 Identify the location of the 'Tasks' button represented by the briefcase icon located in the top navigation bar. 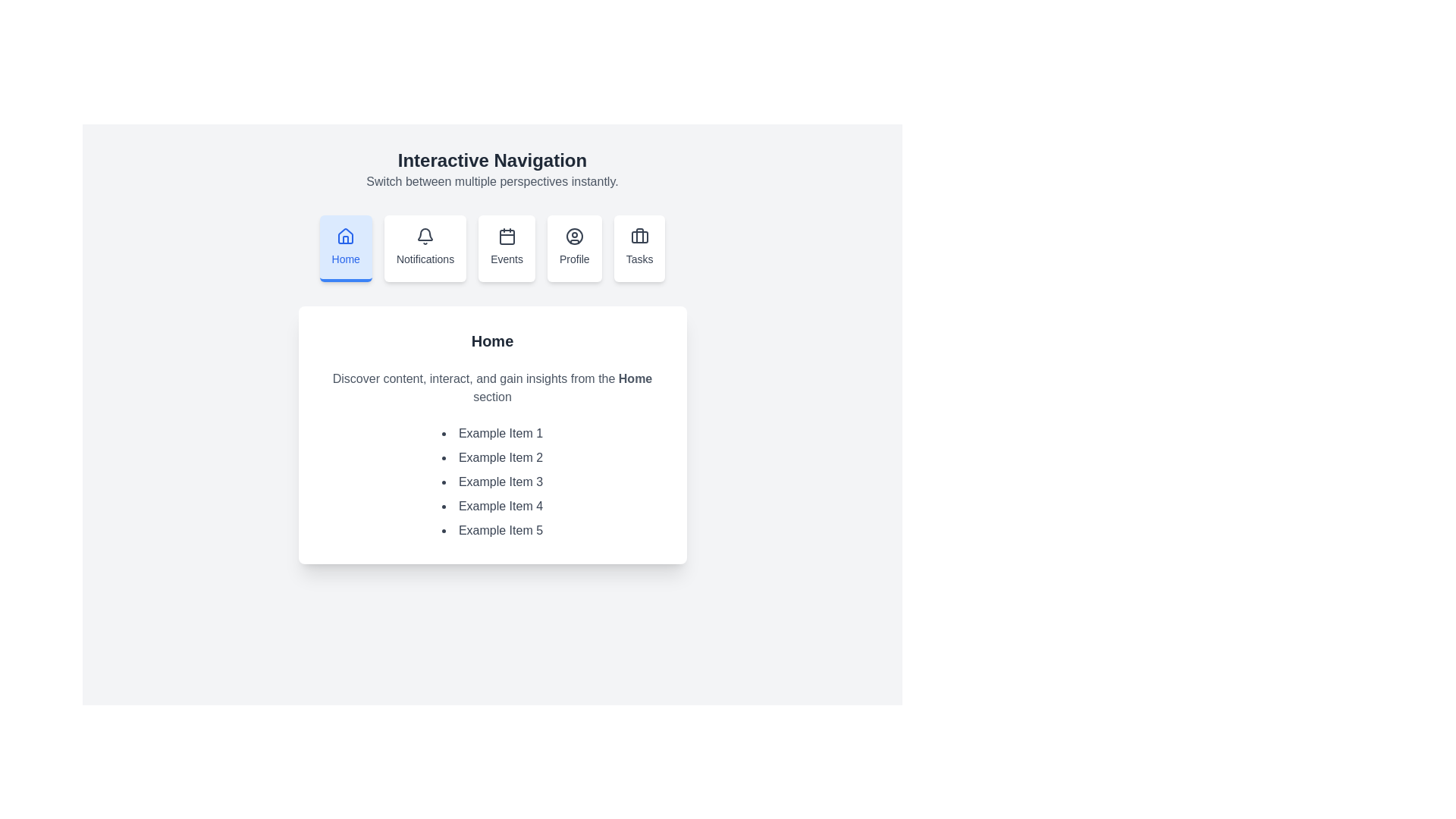
(639, 237).